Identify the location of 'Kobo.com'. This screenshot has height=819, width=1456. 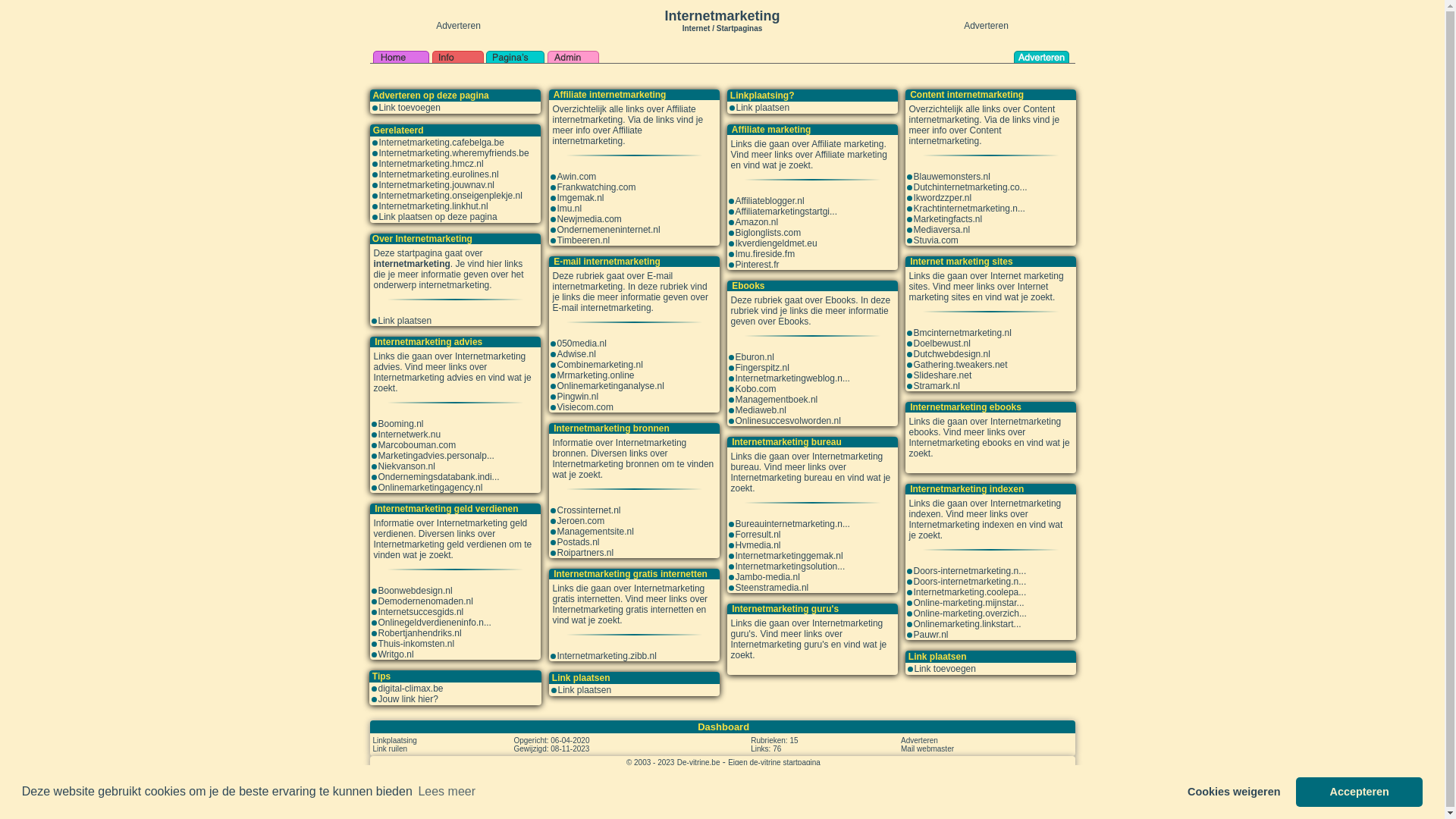
(756, 388).